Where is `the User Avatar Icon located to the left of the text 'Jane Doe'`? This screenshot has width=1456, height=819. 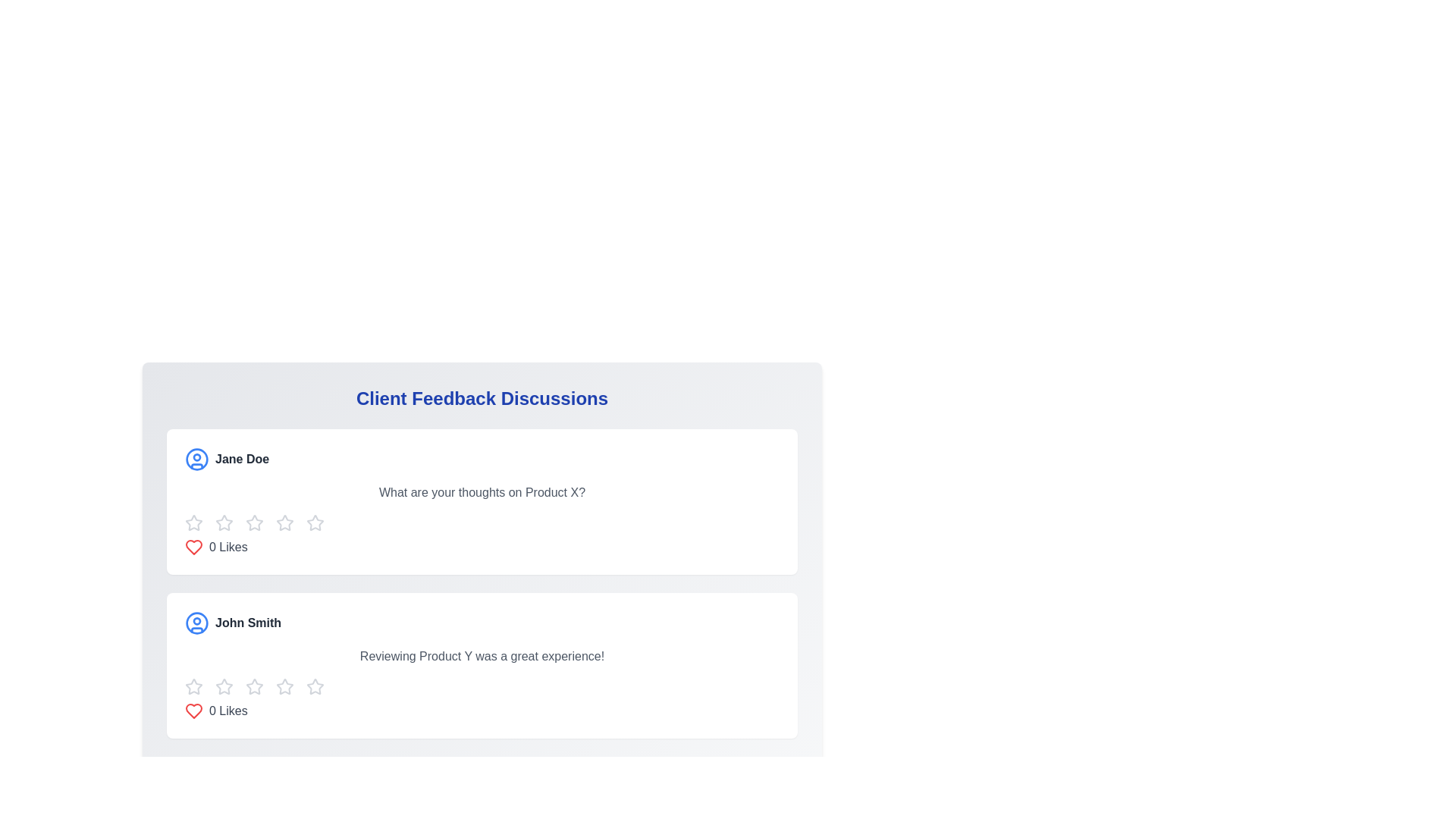 the User Avatar Icon located to the left of the text 'Jane Doe' is located at coordinates (196, 458).